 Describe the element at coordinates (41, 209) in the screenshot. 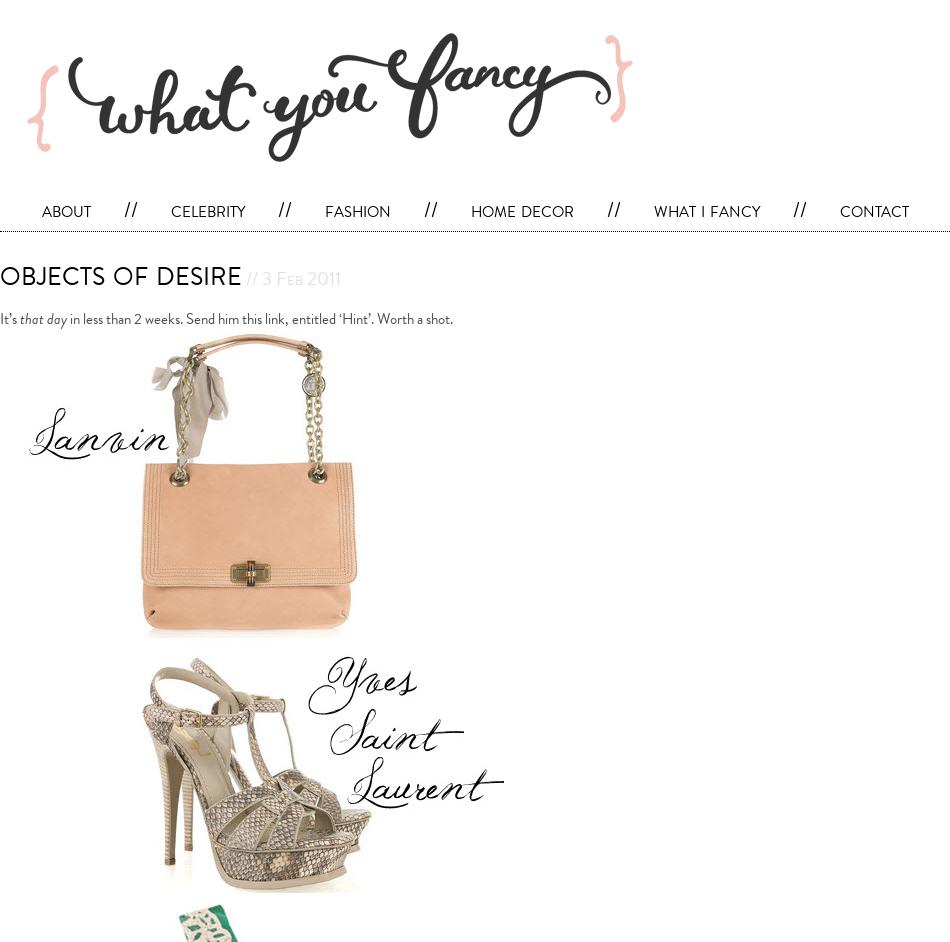

I see `'about'` at that location.